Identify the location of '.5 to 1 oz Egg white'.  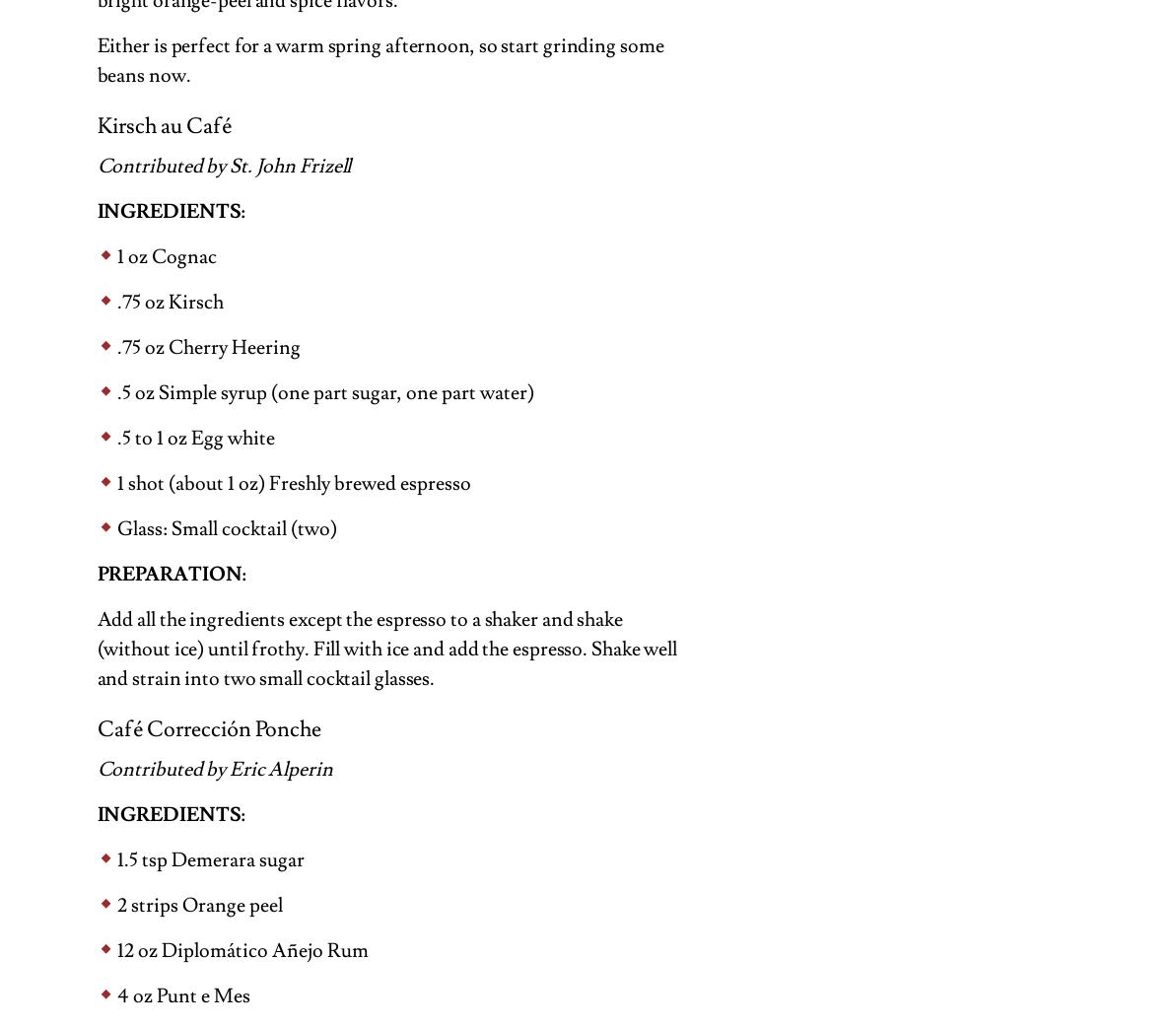
(194, 436).